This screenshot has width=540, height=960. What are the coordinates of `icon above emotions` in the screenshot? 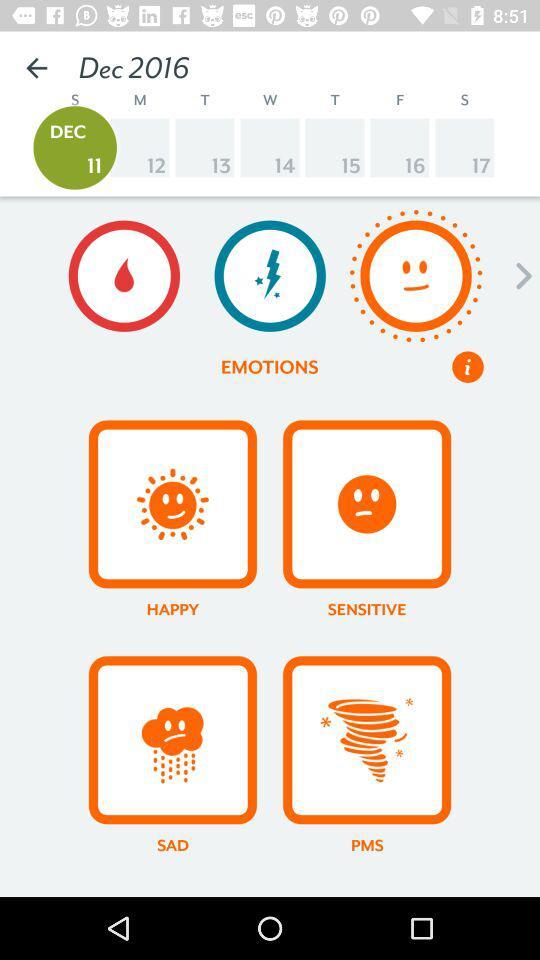 It's located at (270, 275).